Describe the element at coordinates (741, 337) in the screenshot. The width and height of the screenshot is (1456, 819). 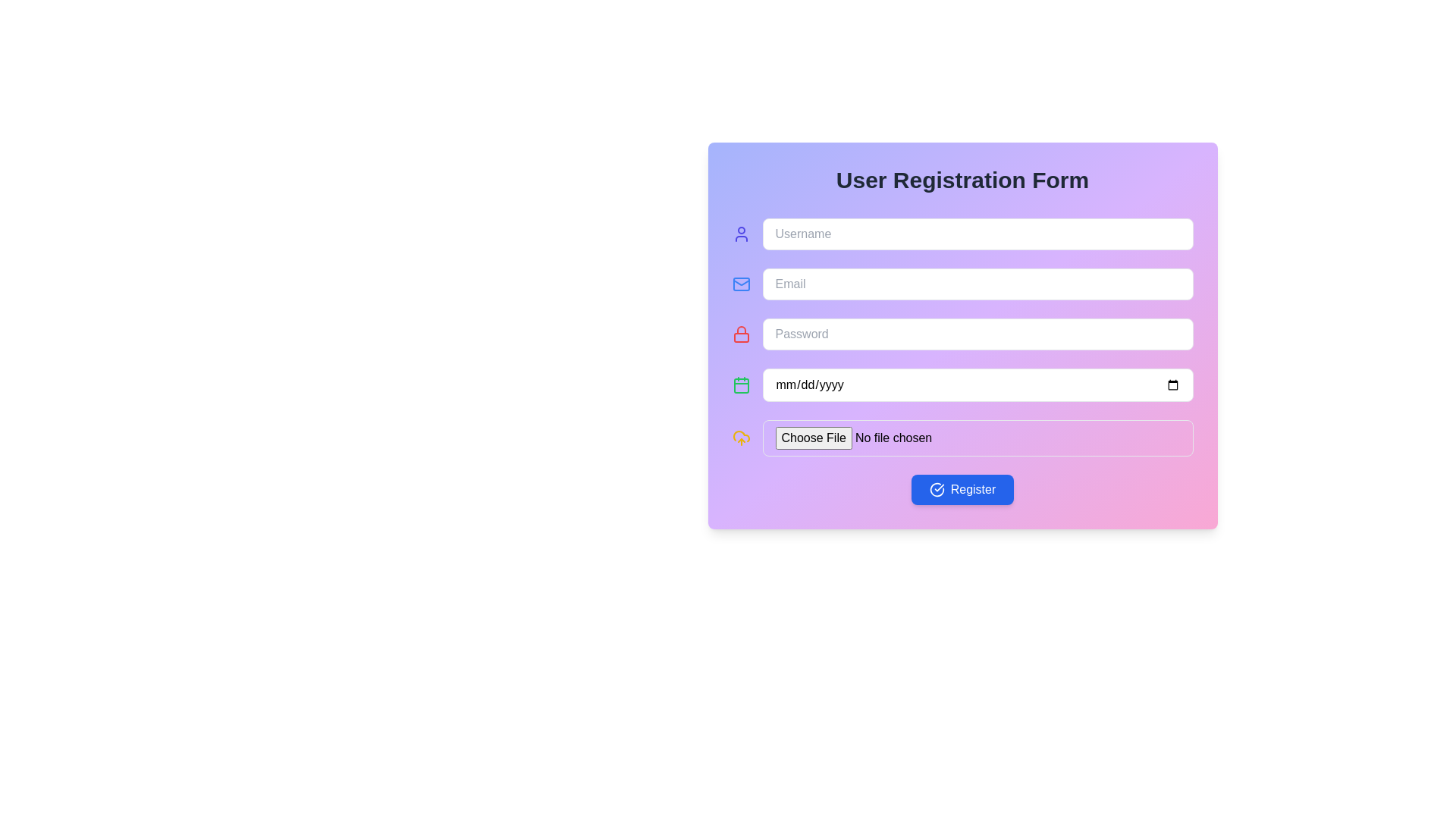
I see `properties of the lower part of the lock icon, which is a small rounded rectangle, by opening the developer tools` at that location.